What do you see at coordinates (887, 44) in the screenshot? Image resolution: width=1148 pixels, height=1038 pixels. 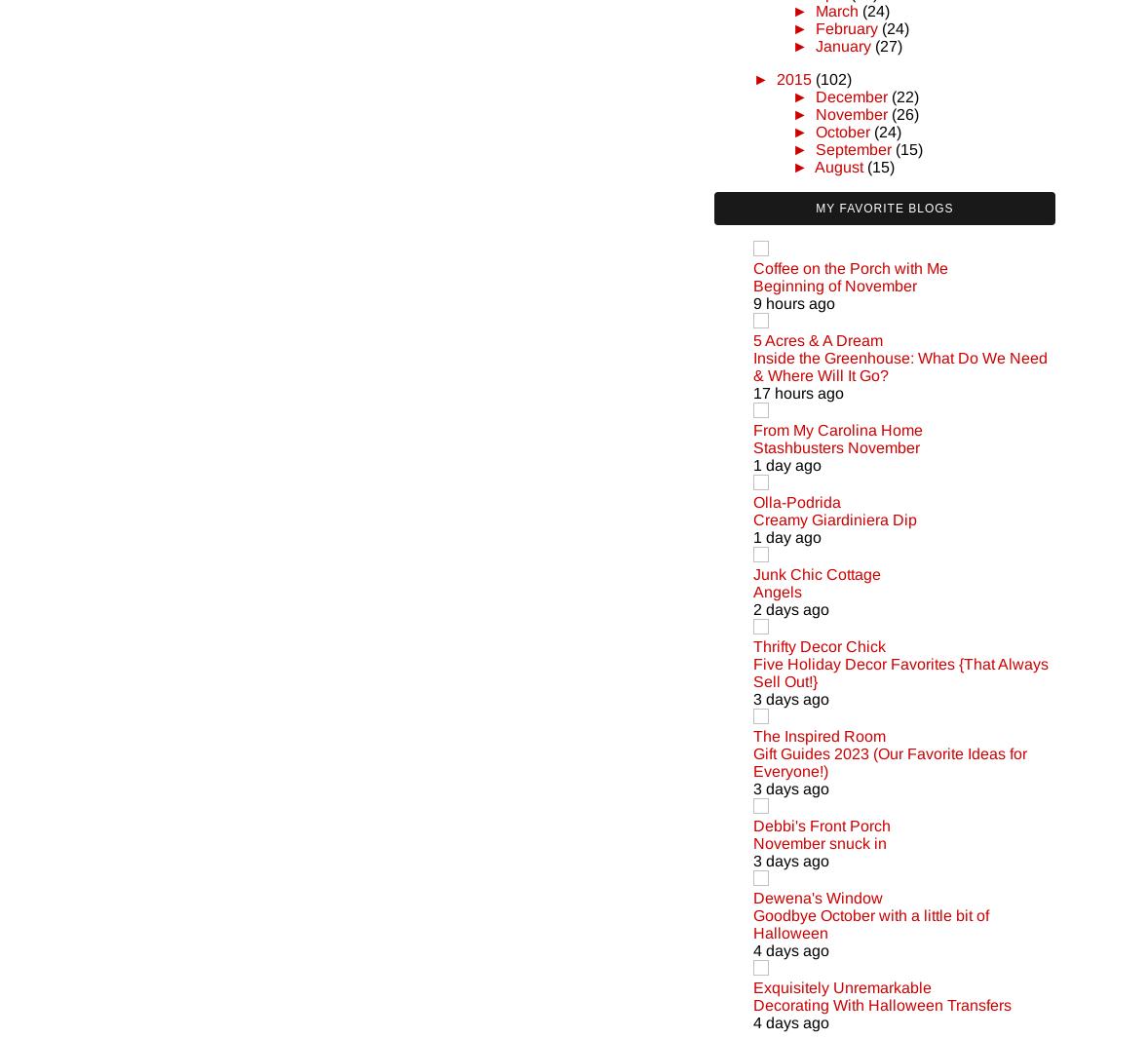 I see `'(27)'` at bounding box center [887, 44].